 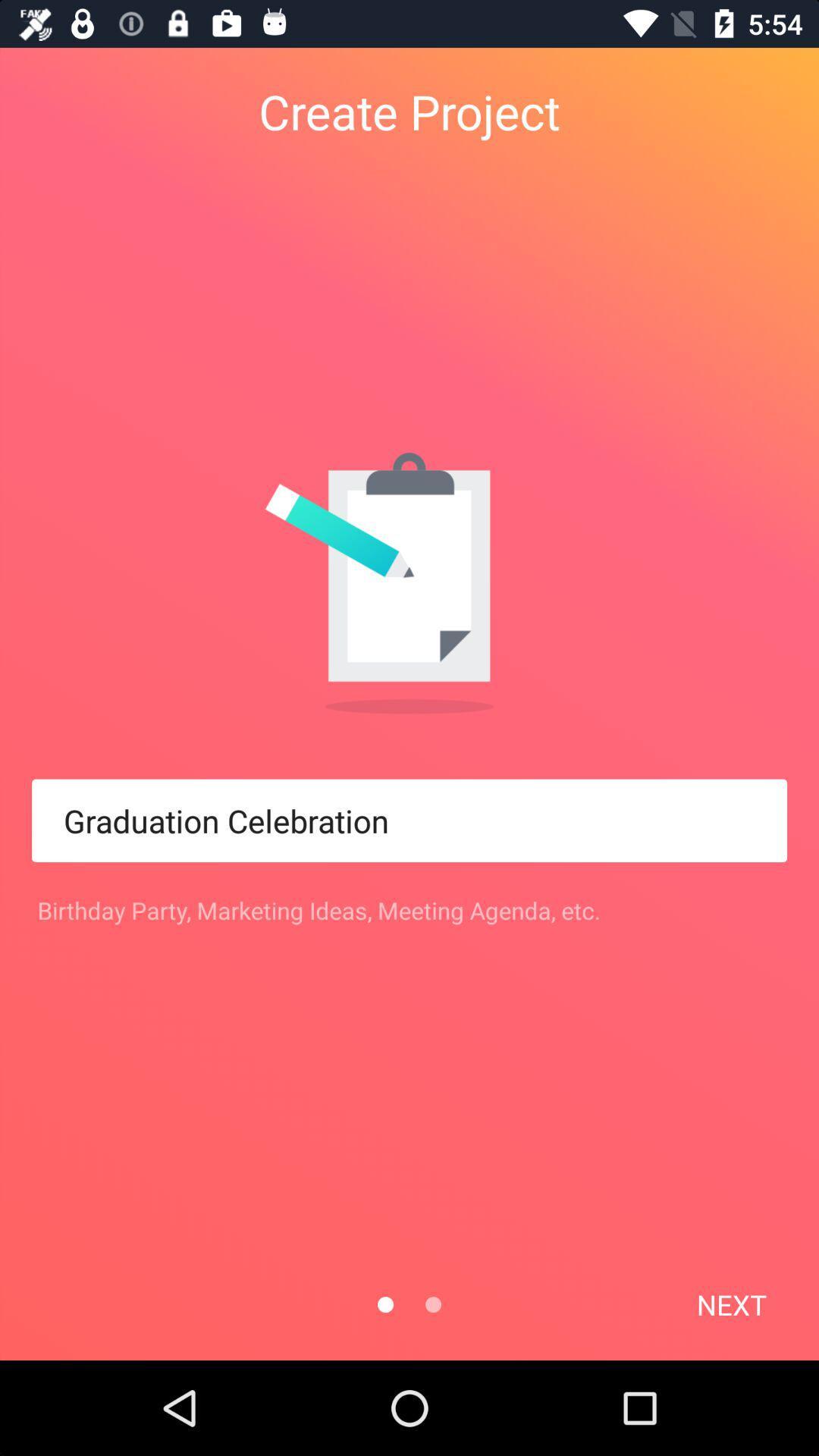 What do you see at coordinates (730, 1304) in the screenshot?
I see `the next icon` at bounding box center [730, 1304].